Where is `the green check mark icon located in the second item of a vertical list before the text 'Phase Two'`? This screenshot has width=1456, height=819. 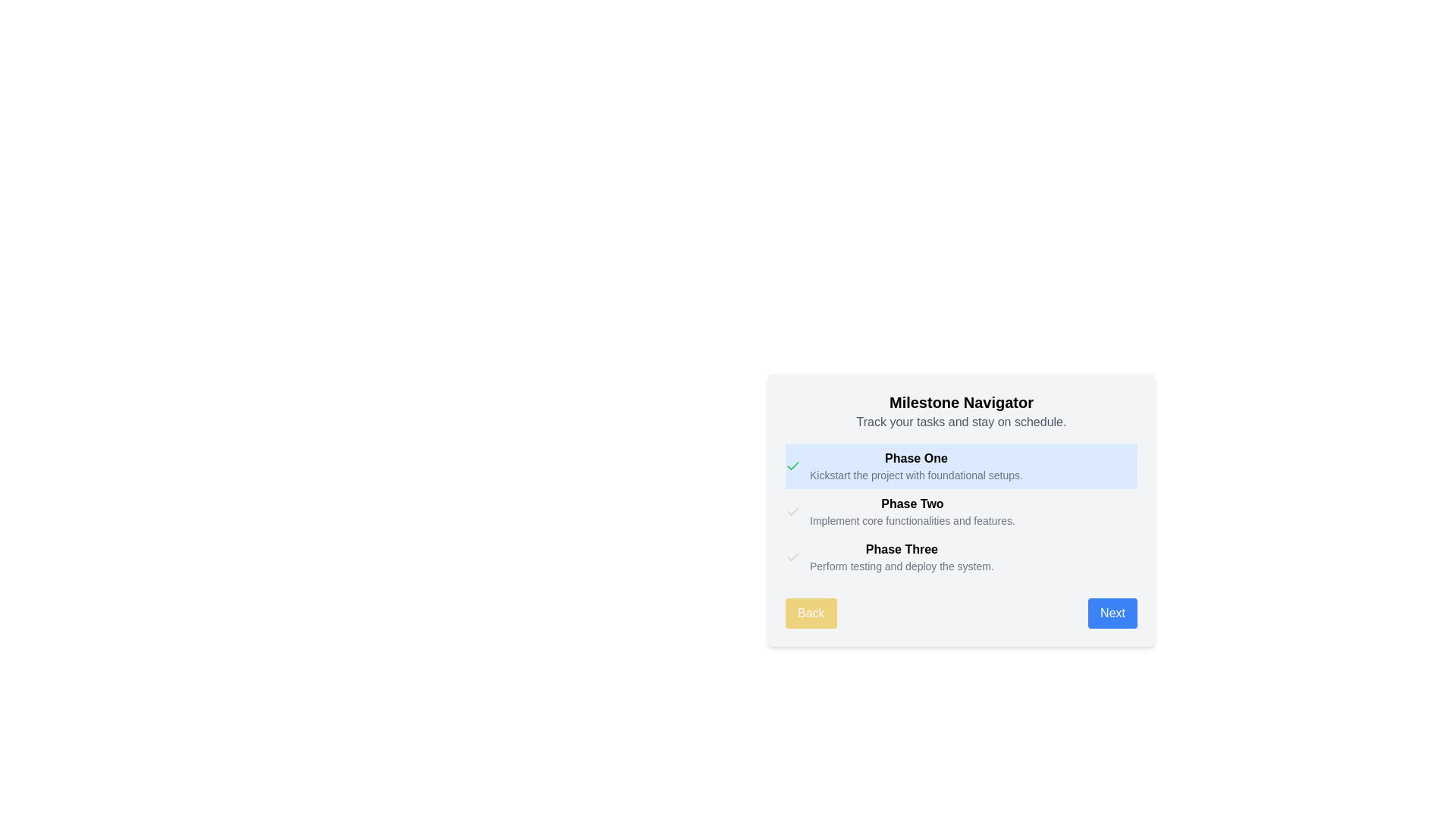
the green check mark icon located in the second item of a vertical list before the text 'Phase Two' is located at coordinates (792, 464).